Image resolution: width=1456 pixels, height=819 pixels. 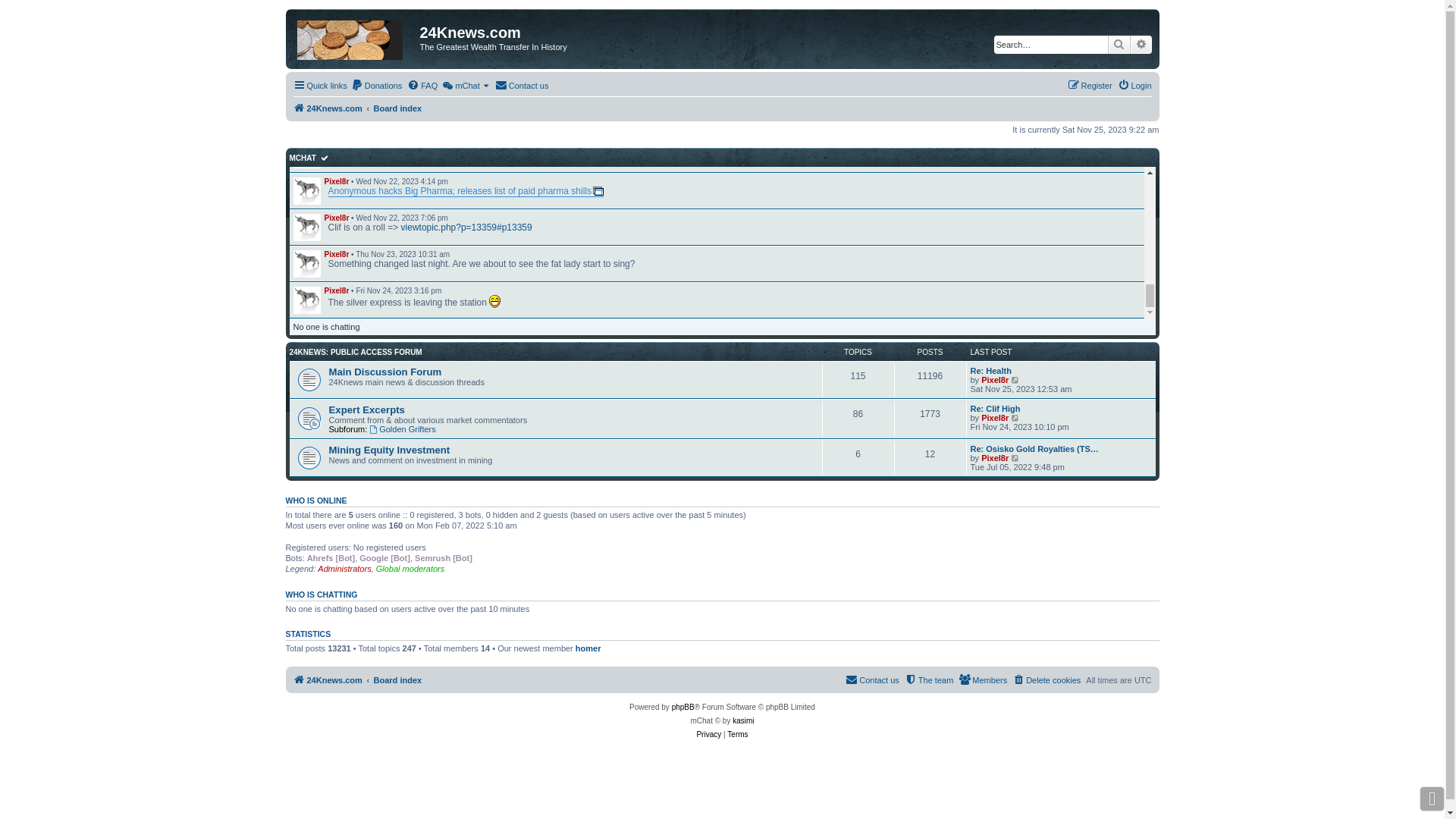 I want to click on '24KNEWS: PUBLIC ACCESS FORUM', so click(x=355, y=352).